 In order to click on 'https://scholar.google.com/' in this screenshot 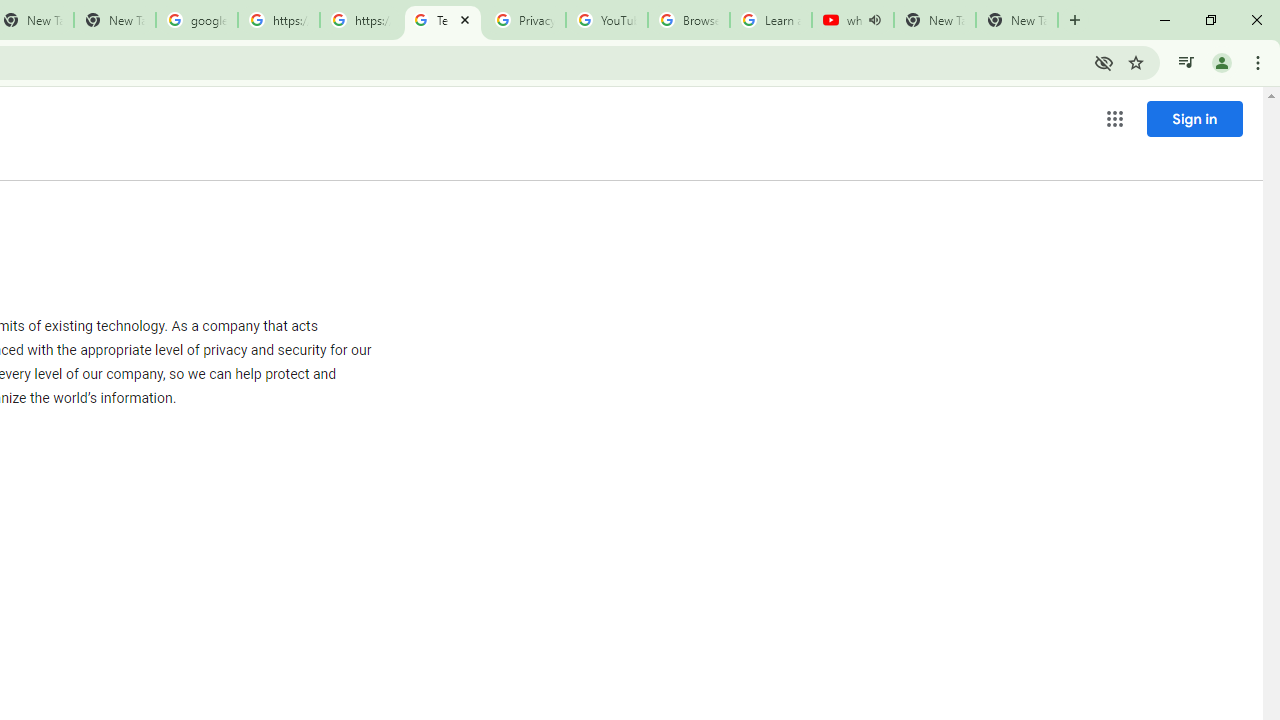, I will do `click(360, 20)`.